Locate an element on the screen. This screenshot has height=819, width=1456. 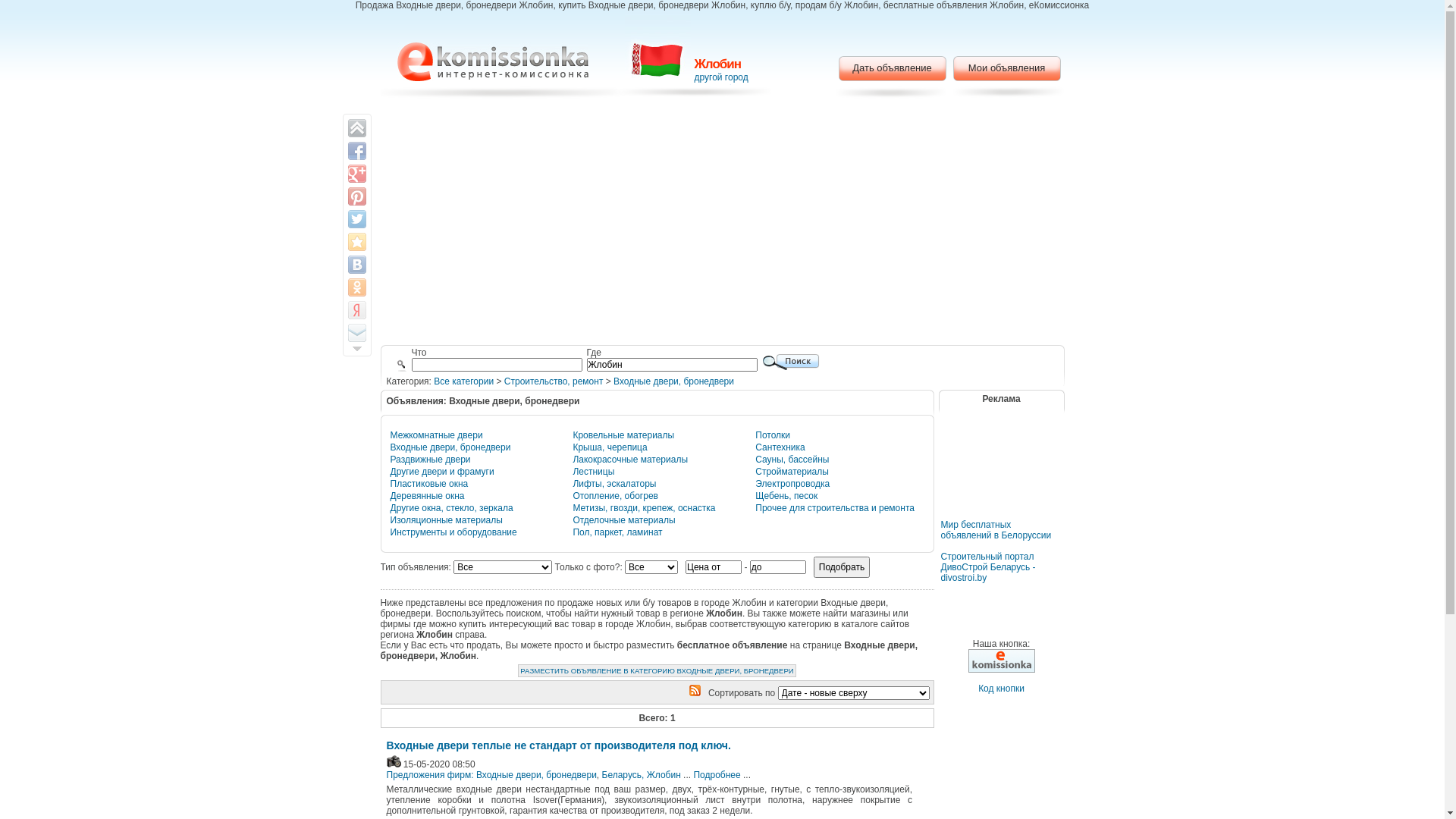
'Back on top' is located at coordinates (346, 127).